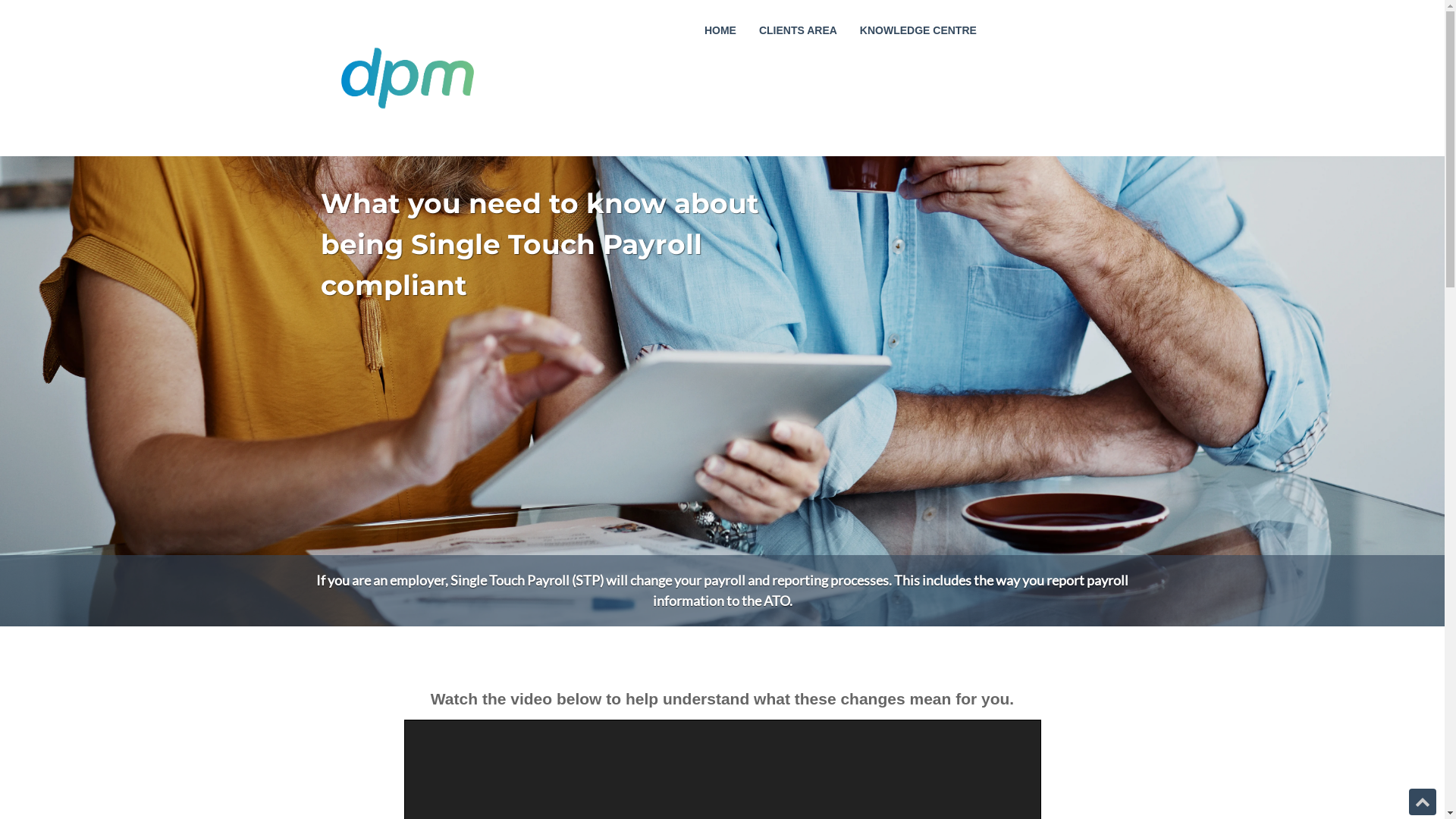  What do you see at coordinates (406, 78) in the screenshot?
I see `'DPM Logo'` at bounding box center [406, 78].